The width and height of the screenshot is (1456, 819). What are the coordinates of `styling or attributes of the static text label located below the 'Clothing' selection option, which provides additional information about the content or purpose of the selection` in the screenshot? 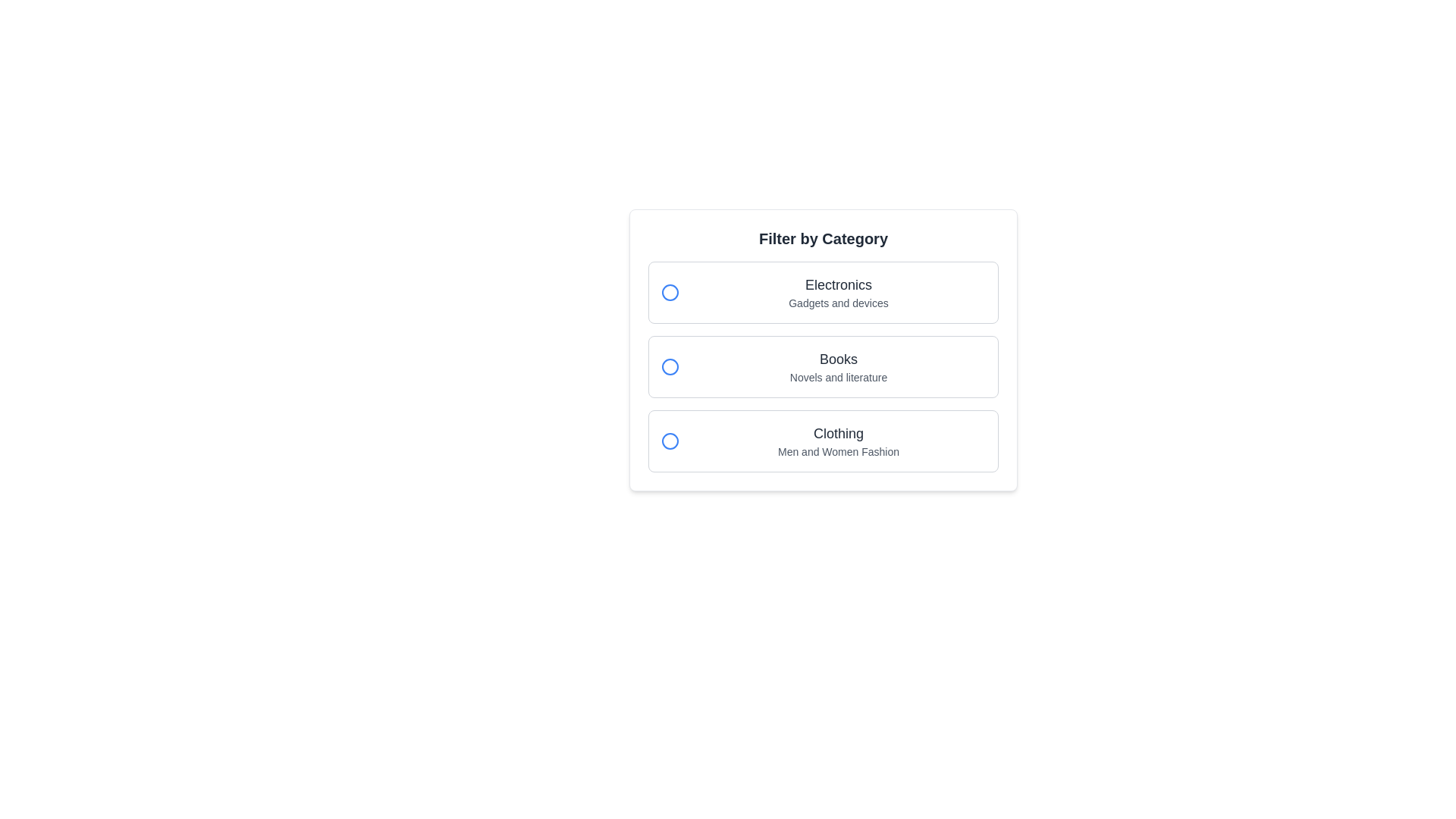 It's located at (837, 451).